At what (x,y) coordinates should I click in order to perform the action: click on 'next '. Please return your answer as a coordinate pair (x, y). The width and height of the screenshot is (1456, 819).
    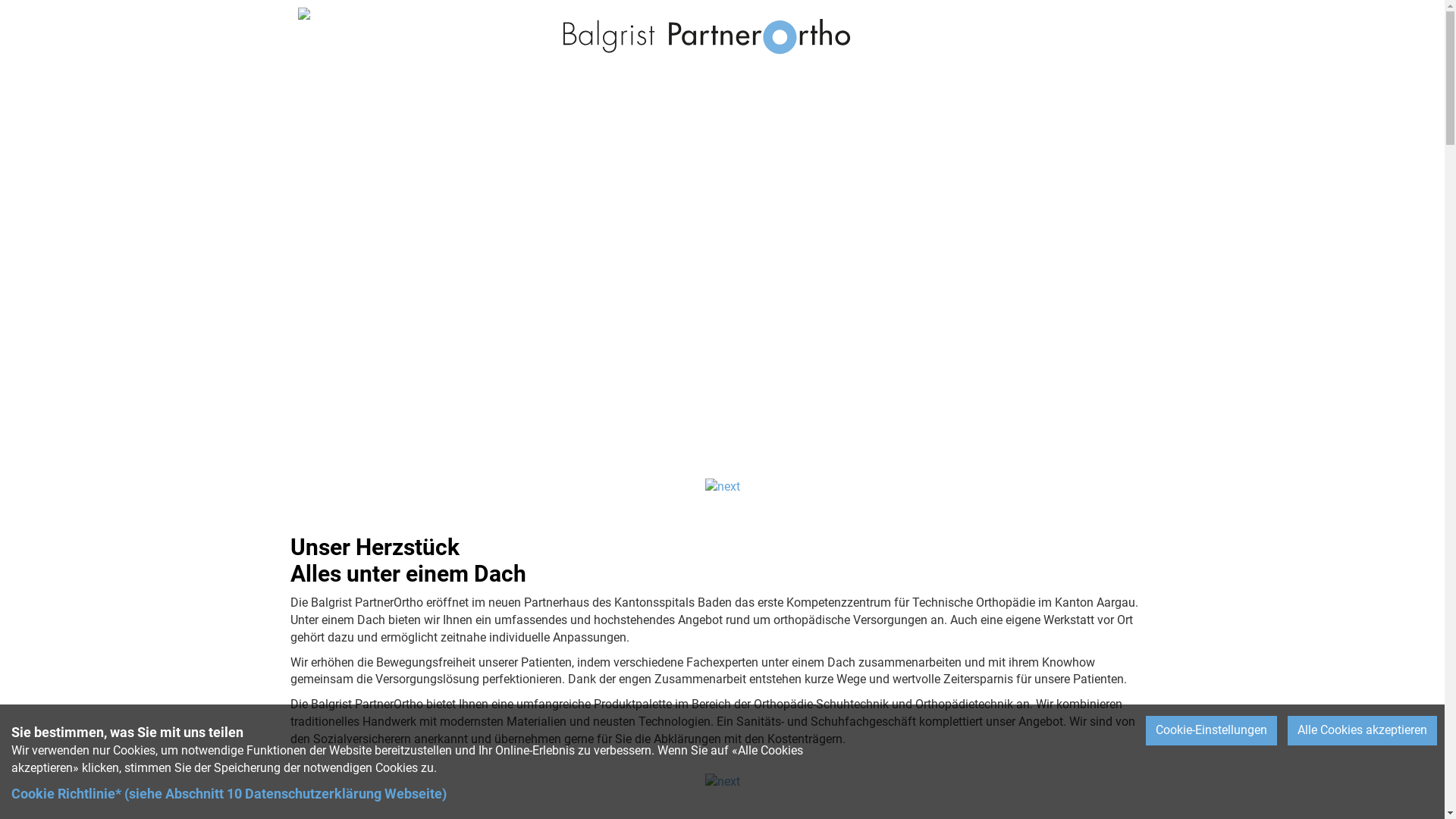
    Looking at the image, I should click on (722, 782).